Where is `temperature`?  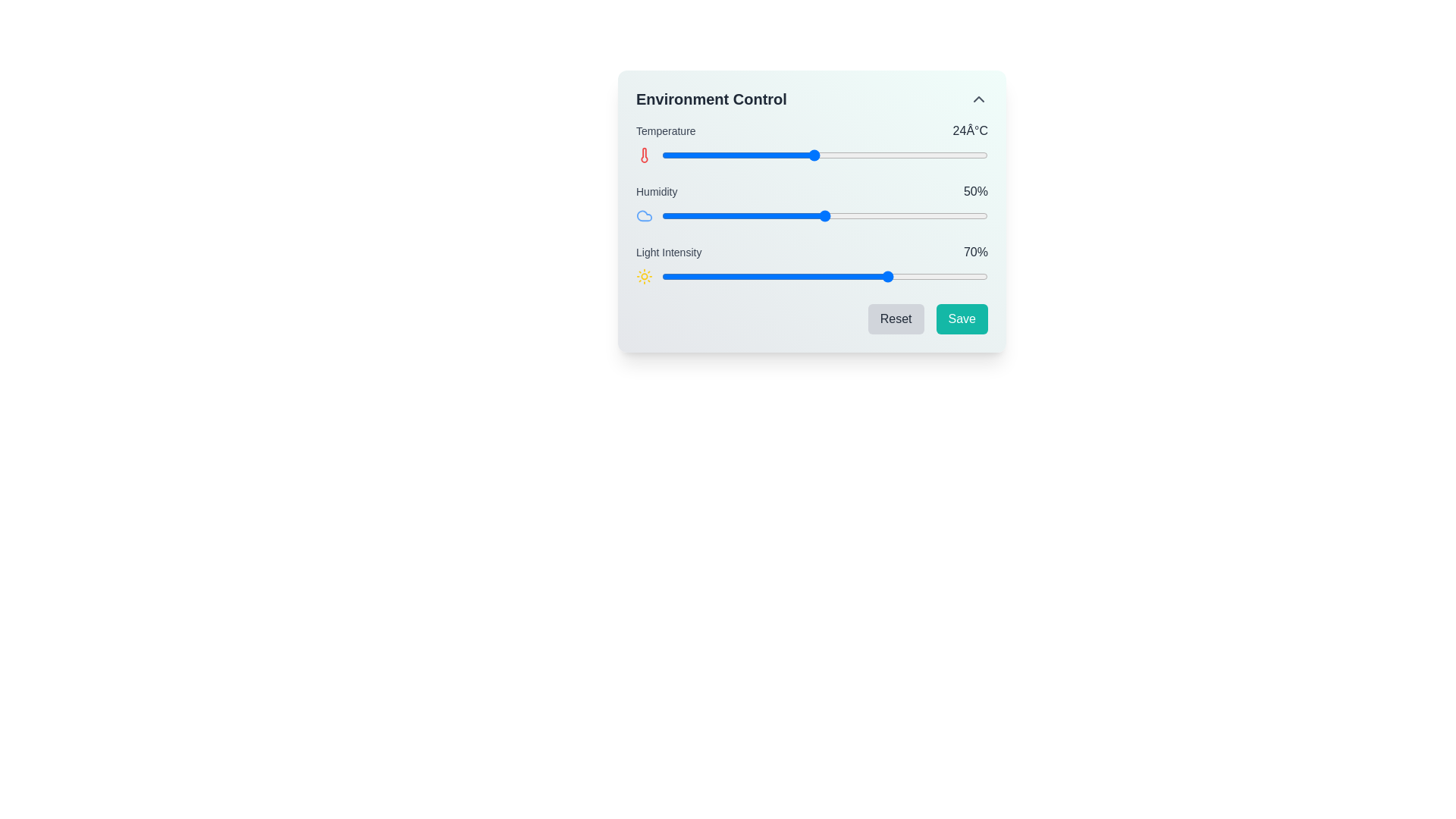 temperature is located at coordinates (770, 155).